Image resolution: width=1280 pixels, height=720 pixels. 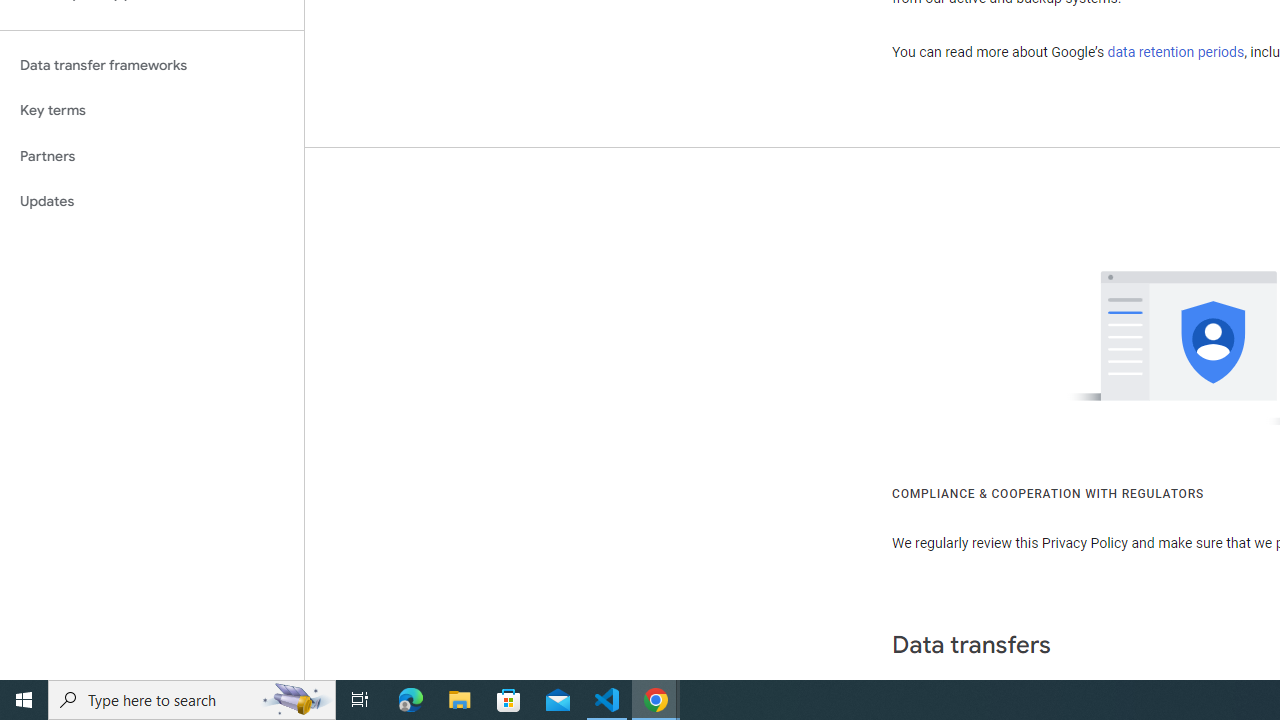 What do you see at coordinates (151, 64) in the screenshot?
I see `'Data transfer frameworks'` at bounding box center [151, 64].